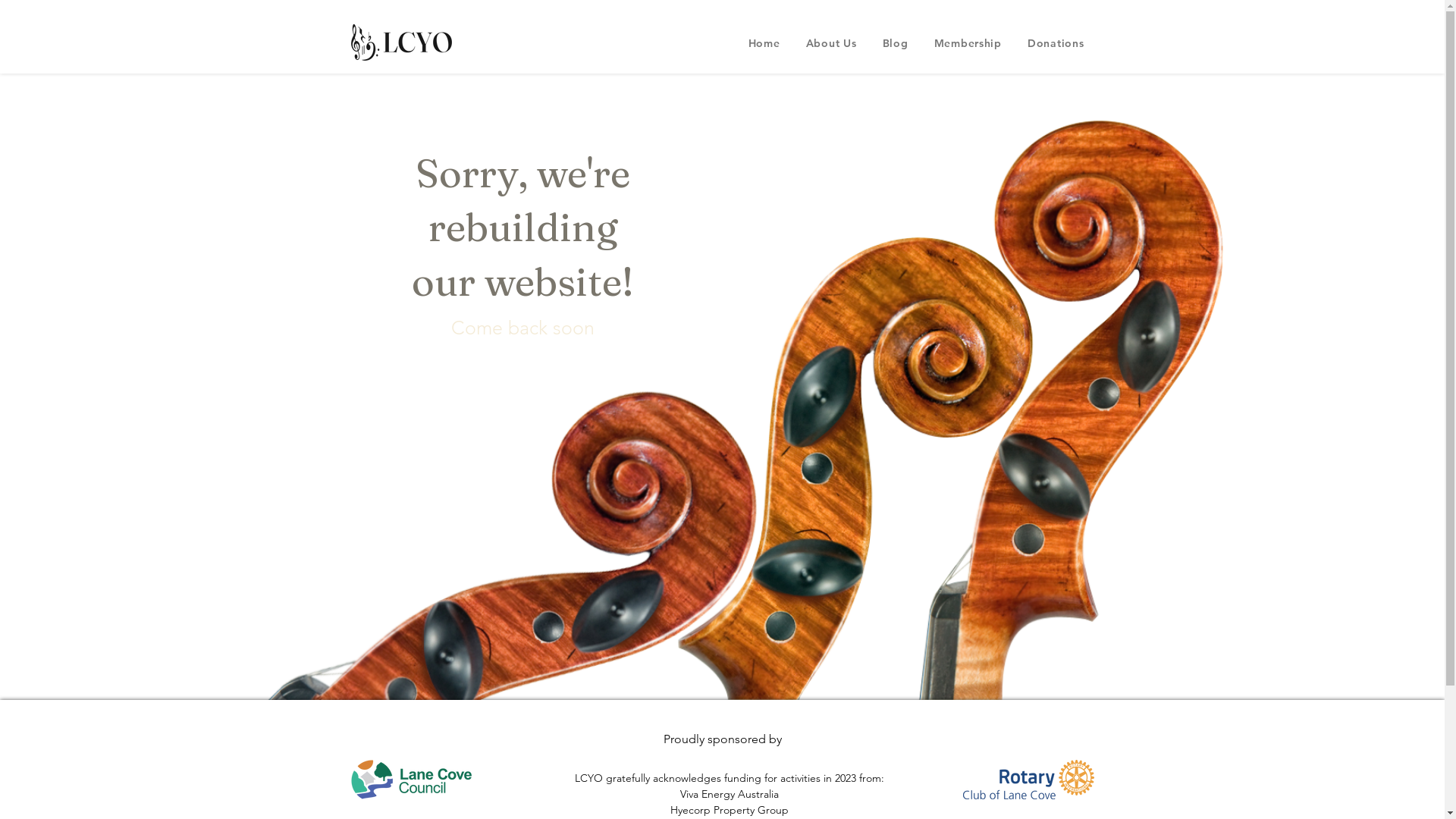 The image size is (1456, 819). I want to click on 'Membership', so click(967, 42).